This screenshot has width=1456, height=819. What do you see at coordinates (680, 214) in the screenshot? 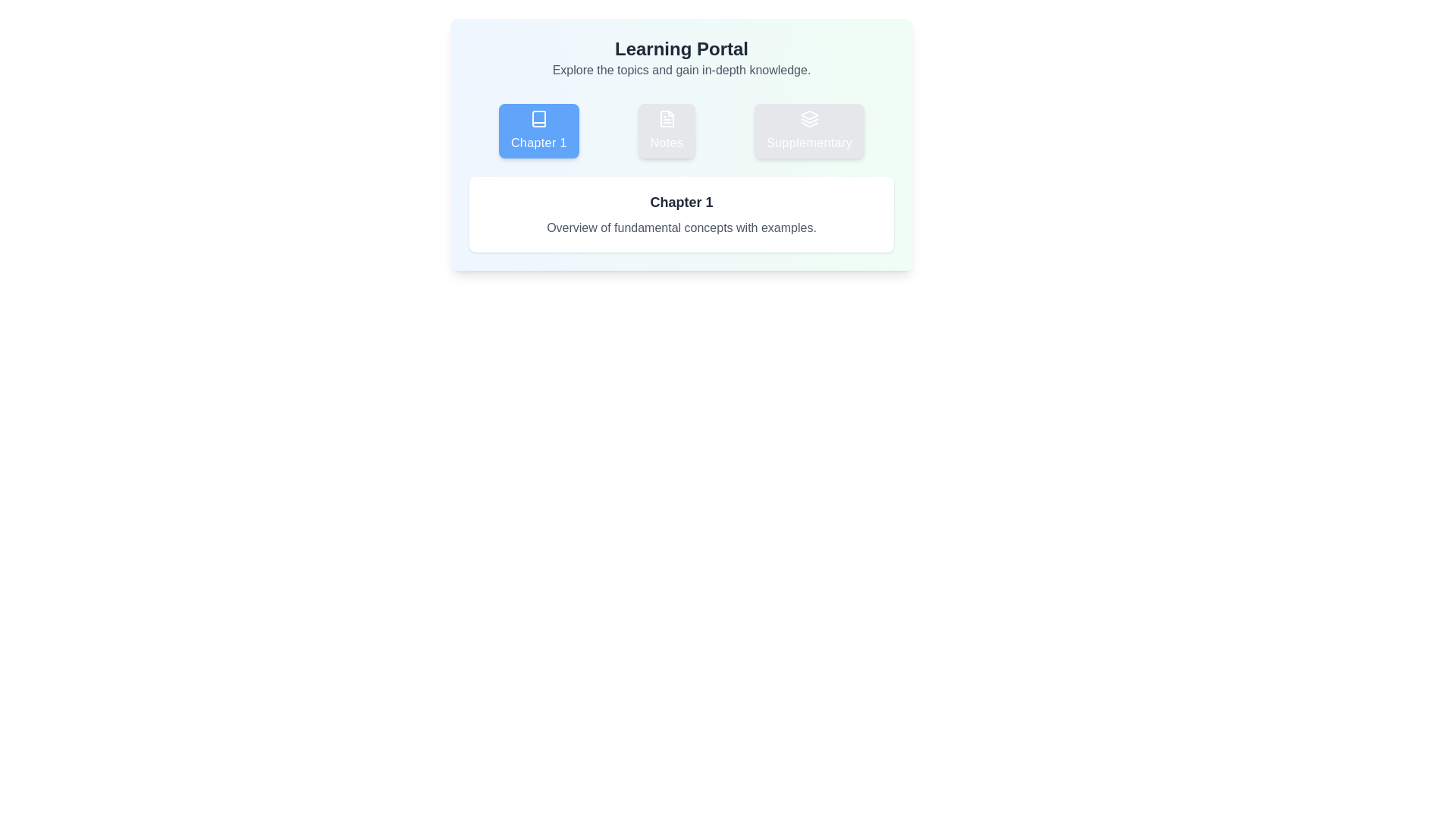
I see `the informational card that displays 'Chapter 1' in bold text and an overview of fundamental concepts beneath the 'Learning Portal' section` at bounding box center [680, 214].